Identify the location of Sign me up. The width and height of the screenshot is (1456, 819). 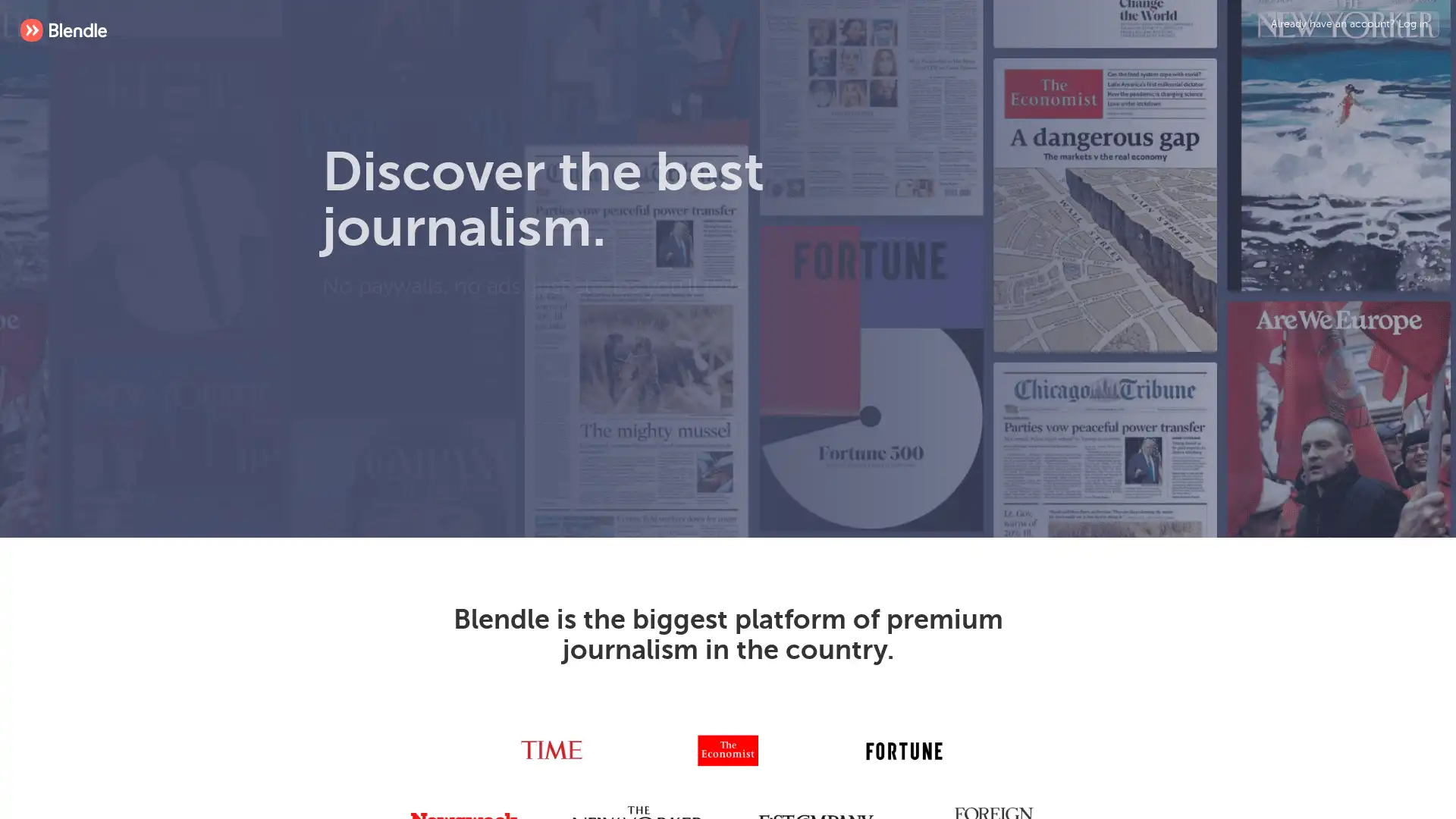
(601, 397).